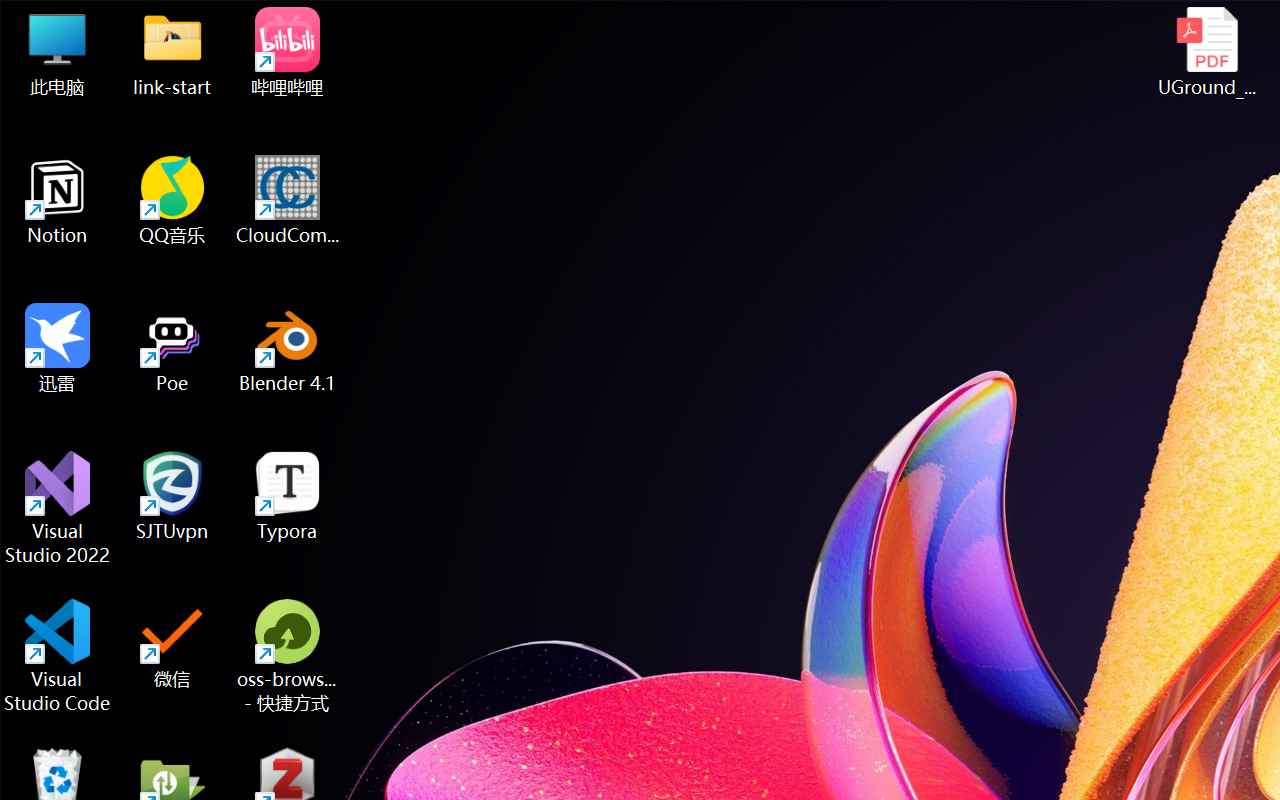 This screenshot has height=800, width=1280. I want to click on 'Blender 4.1', so click(287, 348).